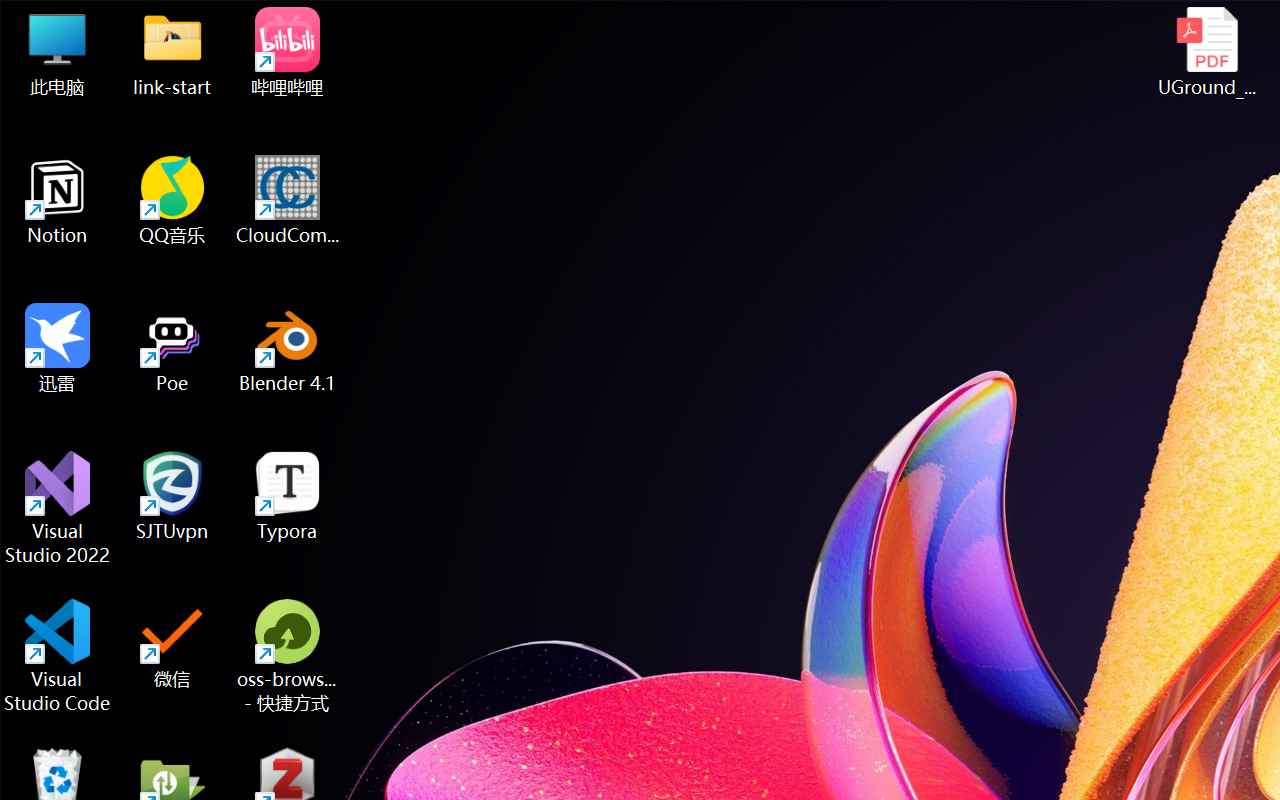 This screenshot has height=800, width=1280. I want to click on 'Blender 4.1', so click(287, 348).